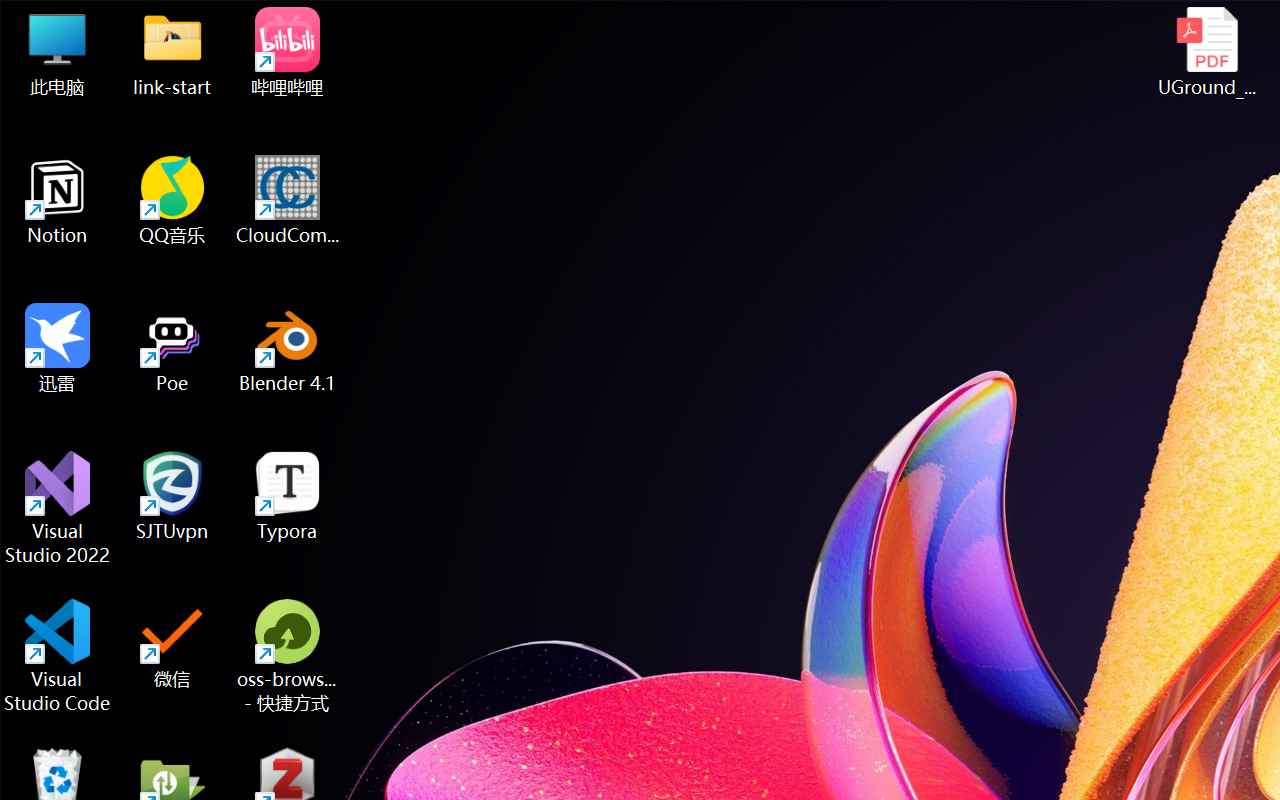 This screenshot has height=800, width=1280. I want to click on 'Blender 4.1', so click(287, 348).